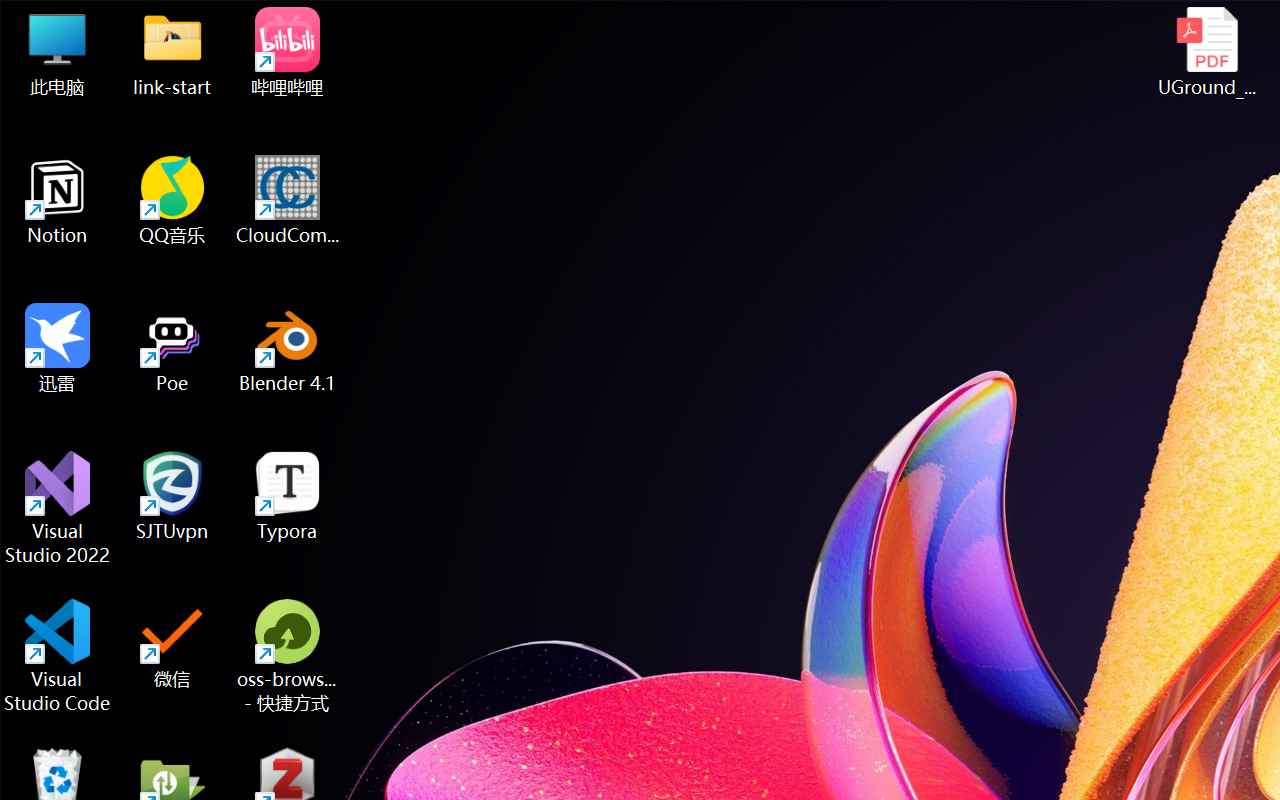 This screenshot has height=800, width=1280. I want to click on 'Blender 4.1', so click(287, 348).